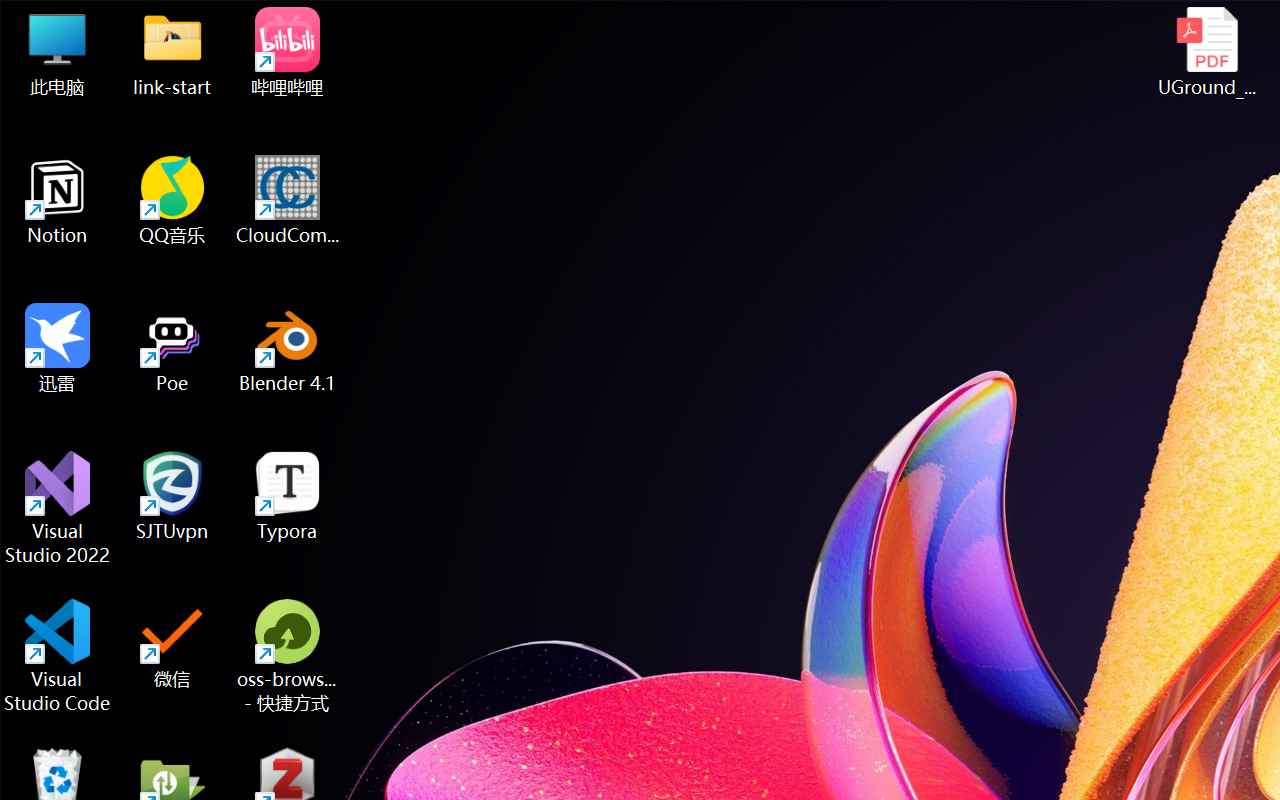 This screenshot has height=800, width=1280. I want to click on 'Blender 4.1', so click(287, 348).